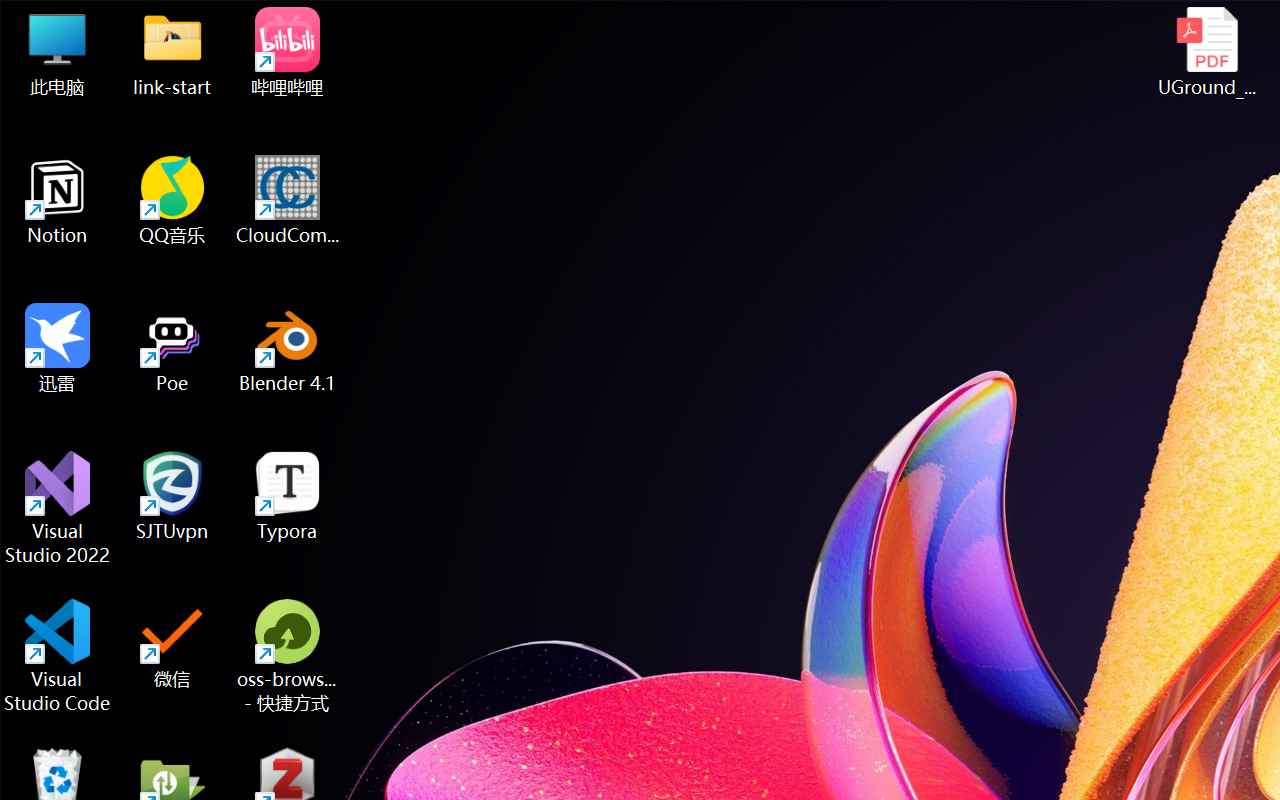 This screenshot has height=800, width=1280. I want to click on 'Blender 4.1', so click(287, 348).